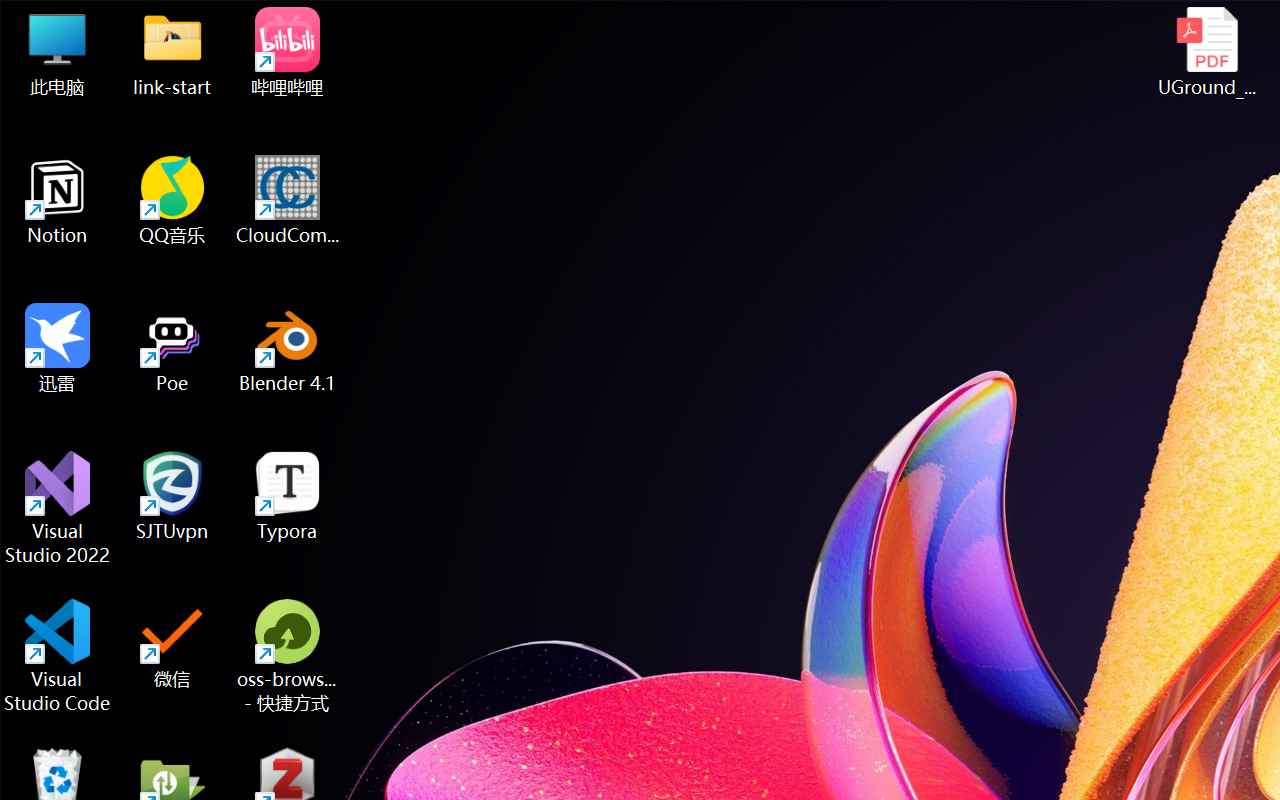 This screenshot has height=800, width=1280. I want to click on 'Blender 4.1', so click(287, 348).